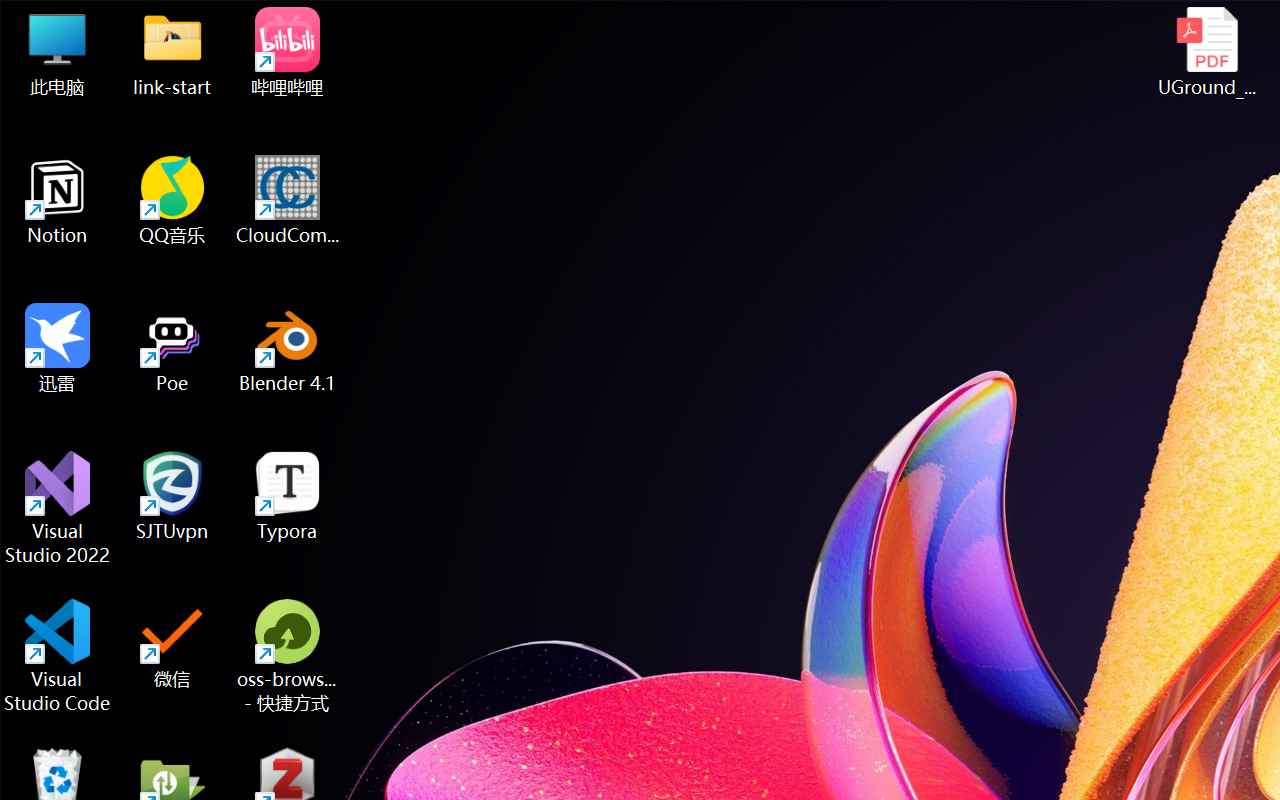 This screenshot has height=800, width=1280. I want to click on 'Blender 4.1', so click(287, 348).